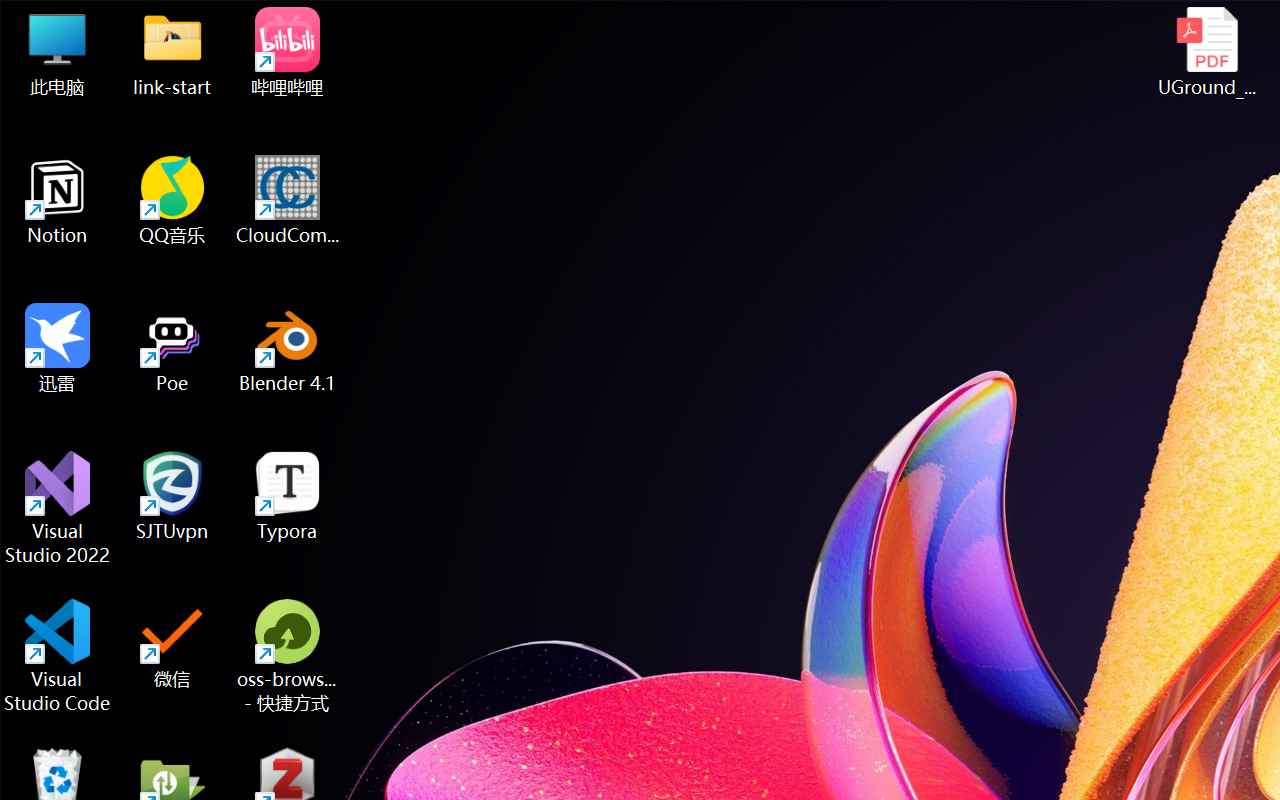 This screenshot has height=800, width=1280. I want to click on 'Blender 4.1', so click(287, 348).